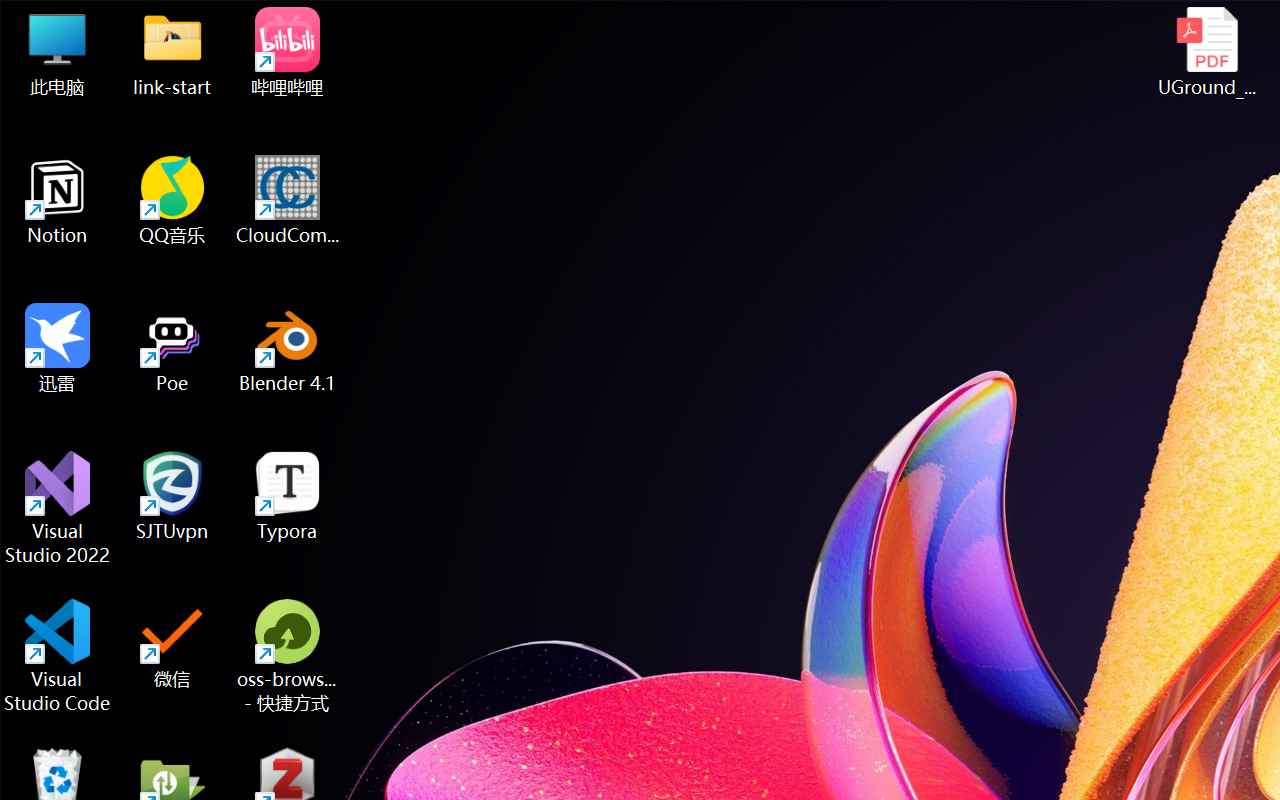 This screenshot has height=800, width=1280. I want to click on 'Blender 4.1', so click(287, 348).